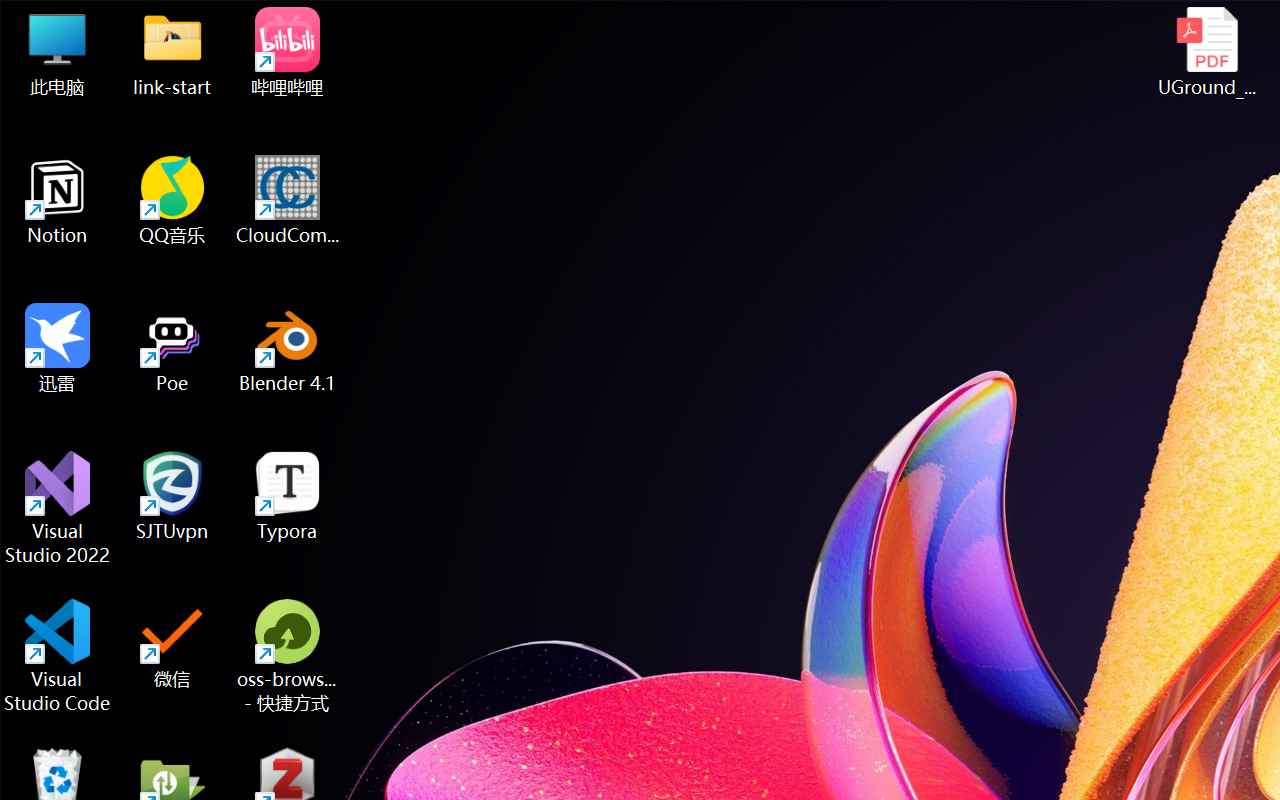 This screenshot has height=800, width=1280. I want to click on 'Blender 4.1', so click(287, 348).